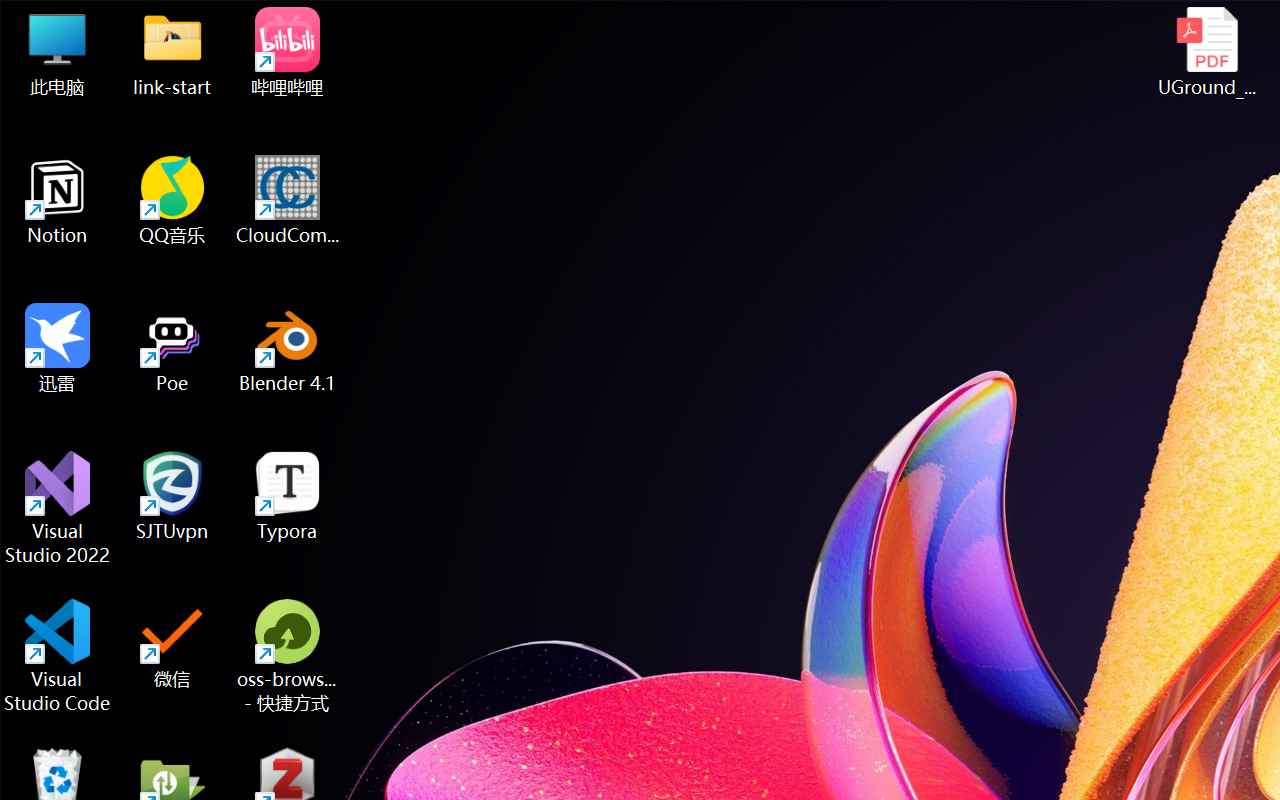 This screenshot has height=800, width=1280. I want to click on 'Blender 4.1', so click(287, 348).